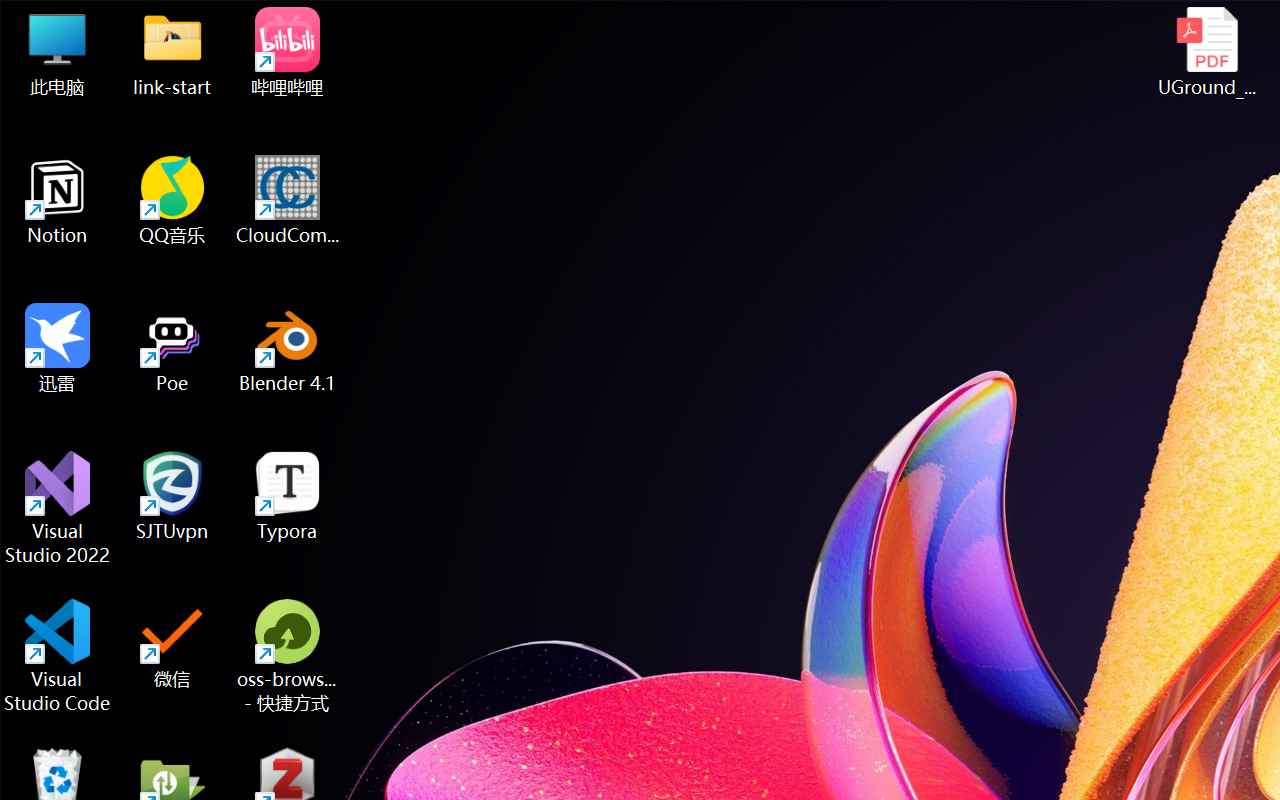 This screenshot has height=800, width=1280. I want to click on 'Blender 4.1', so click(287, 348).